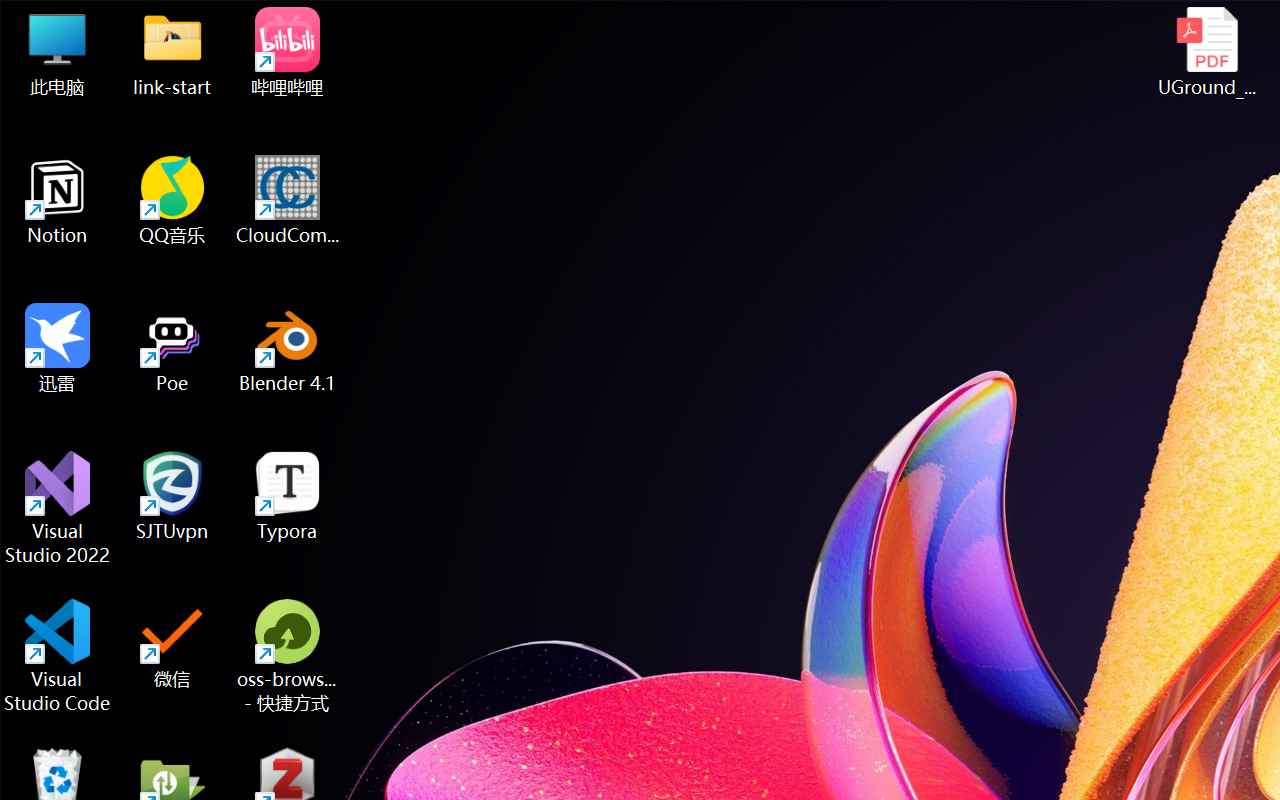 This screenshot has height=800, width=1280. I want to click on 'Blender 4.1', so click(287, 348).